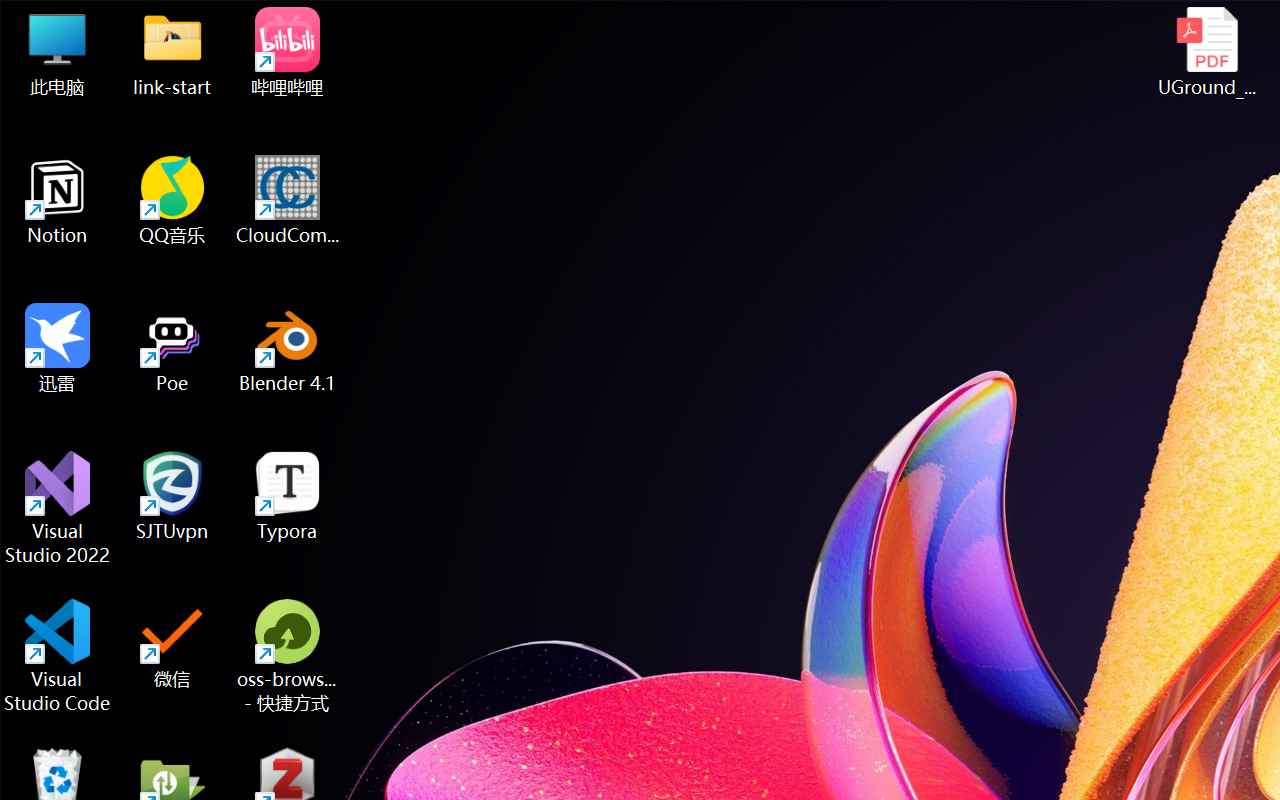 This screenshot has height=800, width=1280. I want to click on 'Blender 4.1', so click(287, 348).